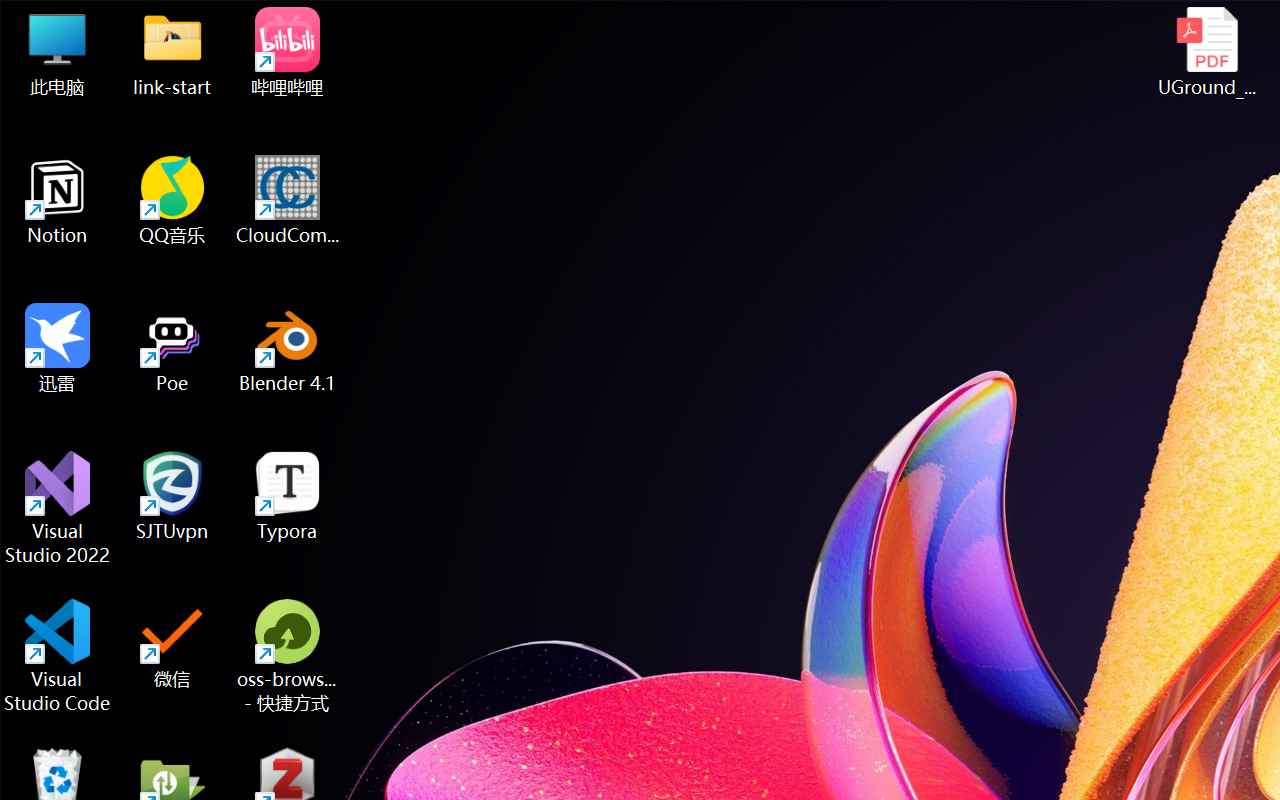 This screenshot has height=800, width=1280. I want to click on 'Blender 4.1', so click(287, 348).